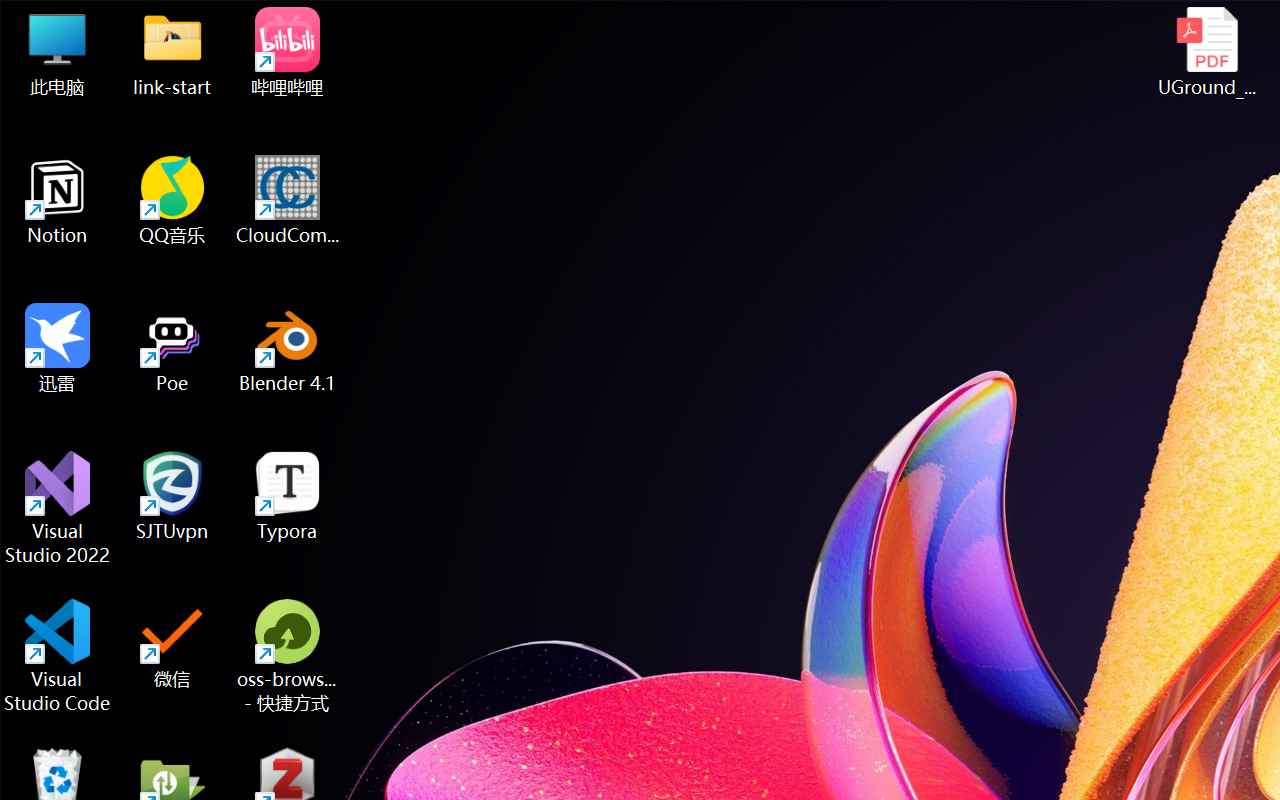 This screenshot has height=800, width=1280. I want to click on 'Blender 4.1', so click(287, 348).